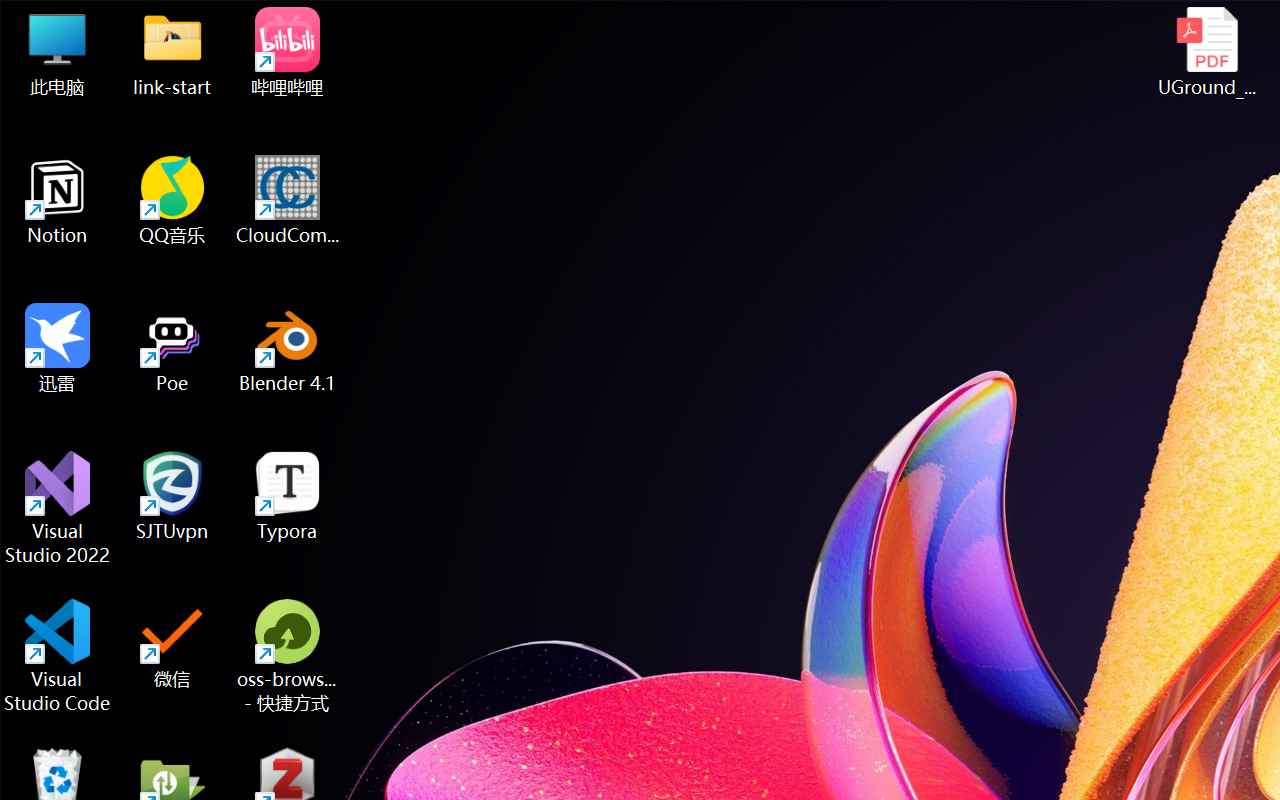 This screenshot has height=800, width=1280. I want to click on 'Blender 4.1', so click(287, 348).